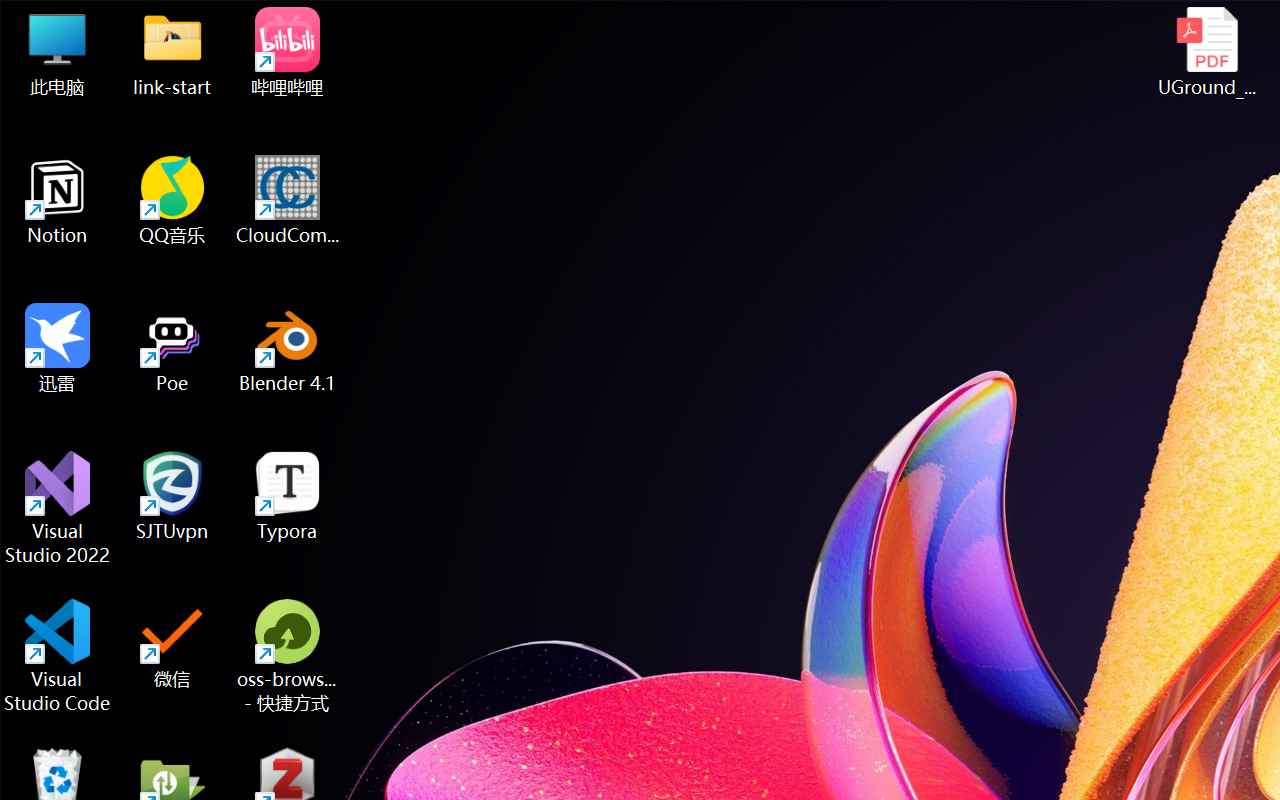 This screenshot has height=800, width=1280. I want to click on 'Blender 4.1', so click(287, 348).